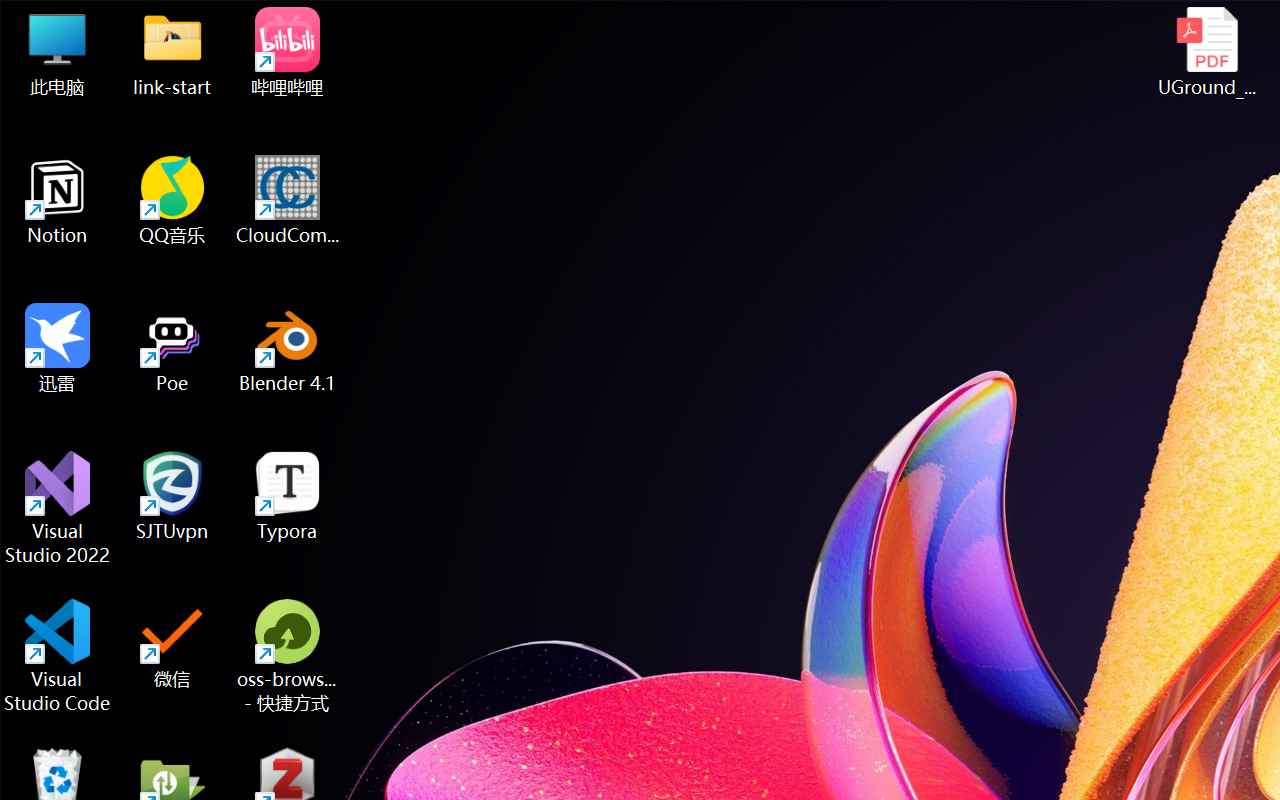 This screenshot has height=800, width=1280. I want to click on 'Blender 4.1', so click(287, 348).